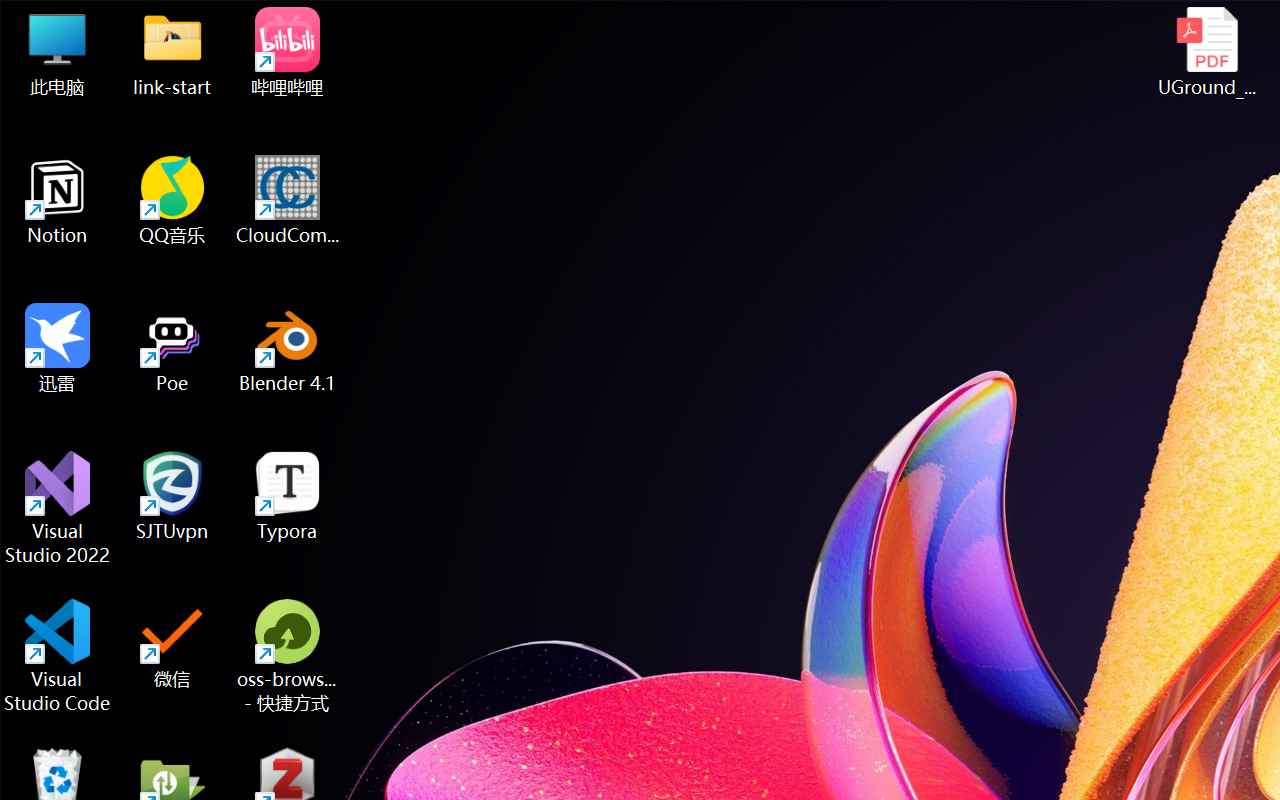 This screenshot has height=800, width=1280. I want to click on 'Blender 4.1', so click(287, 348).